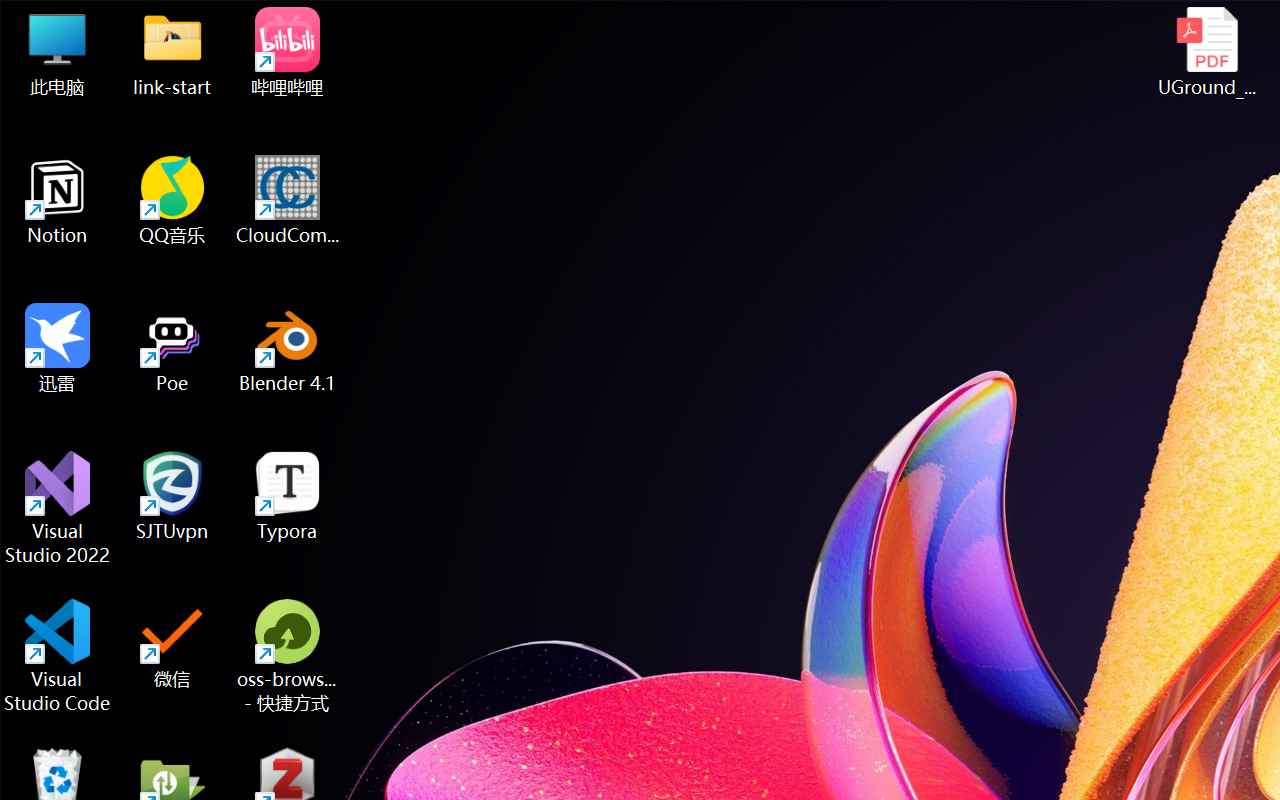 This screenshot has height=800, width=1280. I want to click on 'Blender 4.1', so click(287, 348).